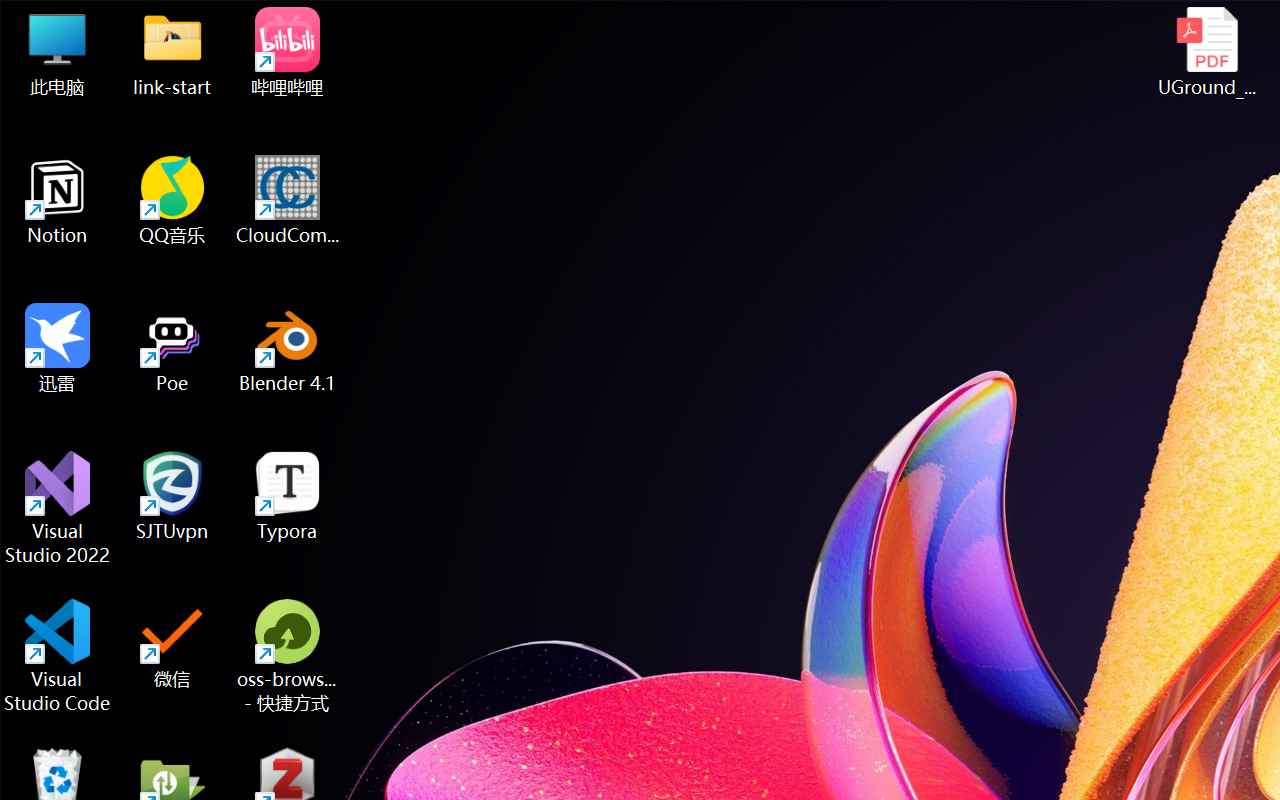 This screenshot has height=800, width=1280. I want to click on 'Blender 4.1', so click(287, 348).